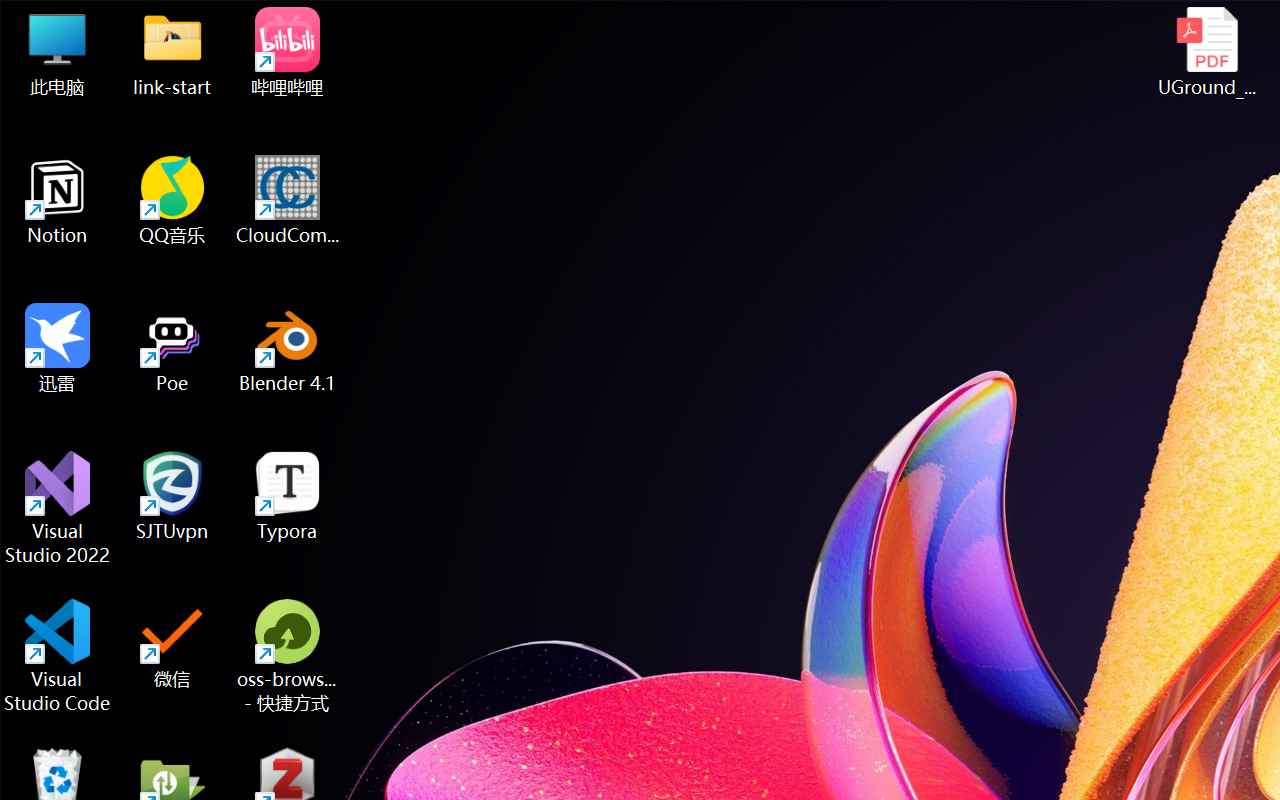 This screenshot has height=800, width=1280. I want to click on 'Blender 4.1', so click(287, 348).